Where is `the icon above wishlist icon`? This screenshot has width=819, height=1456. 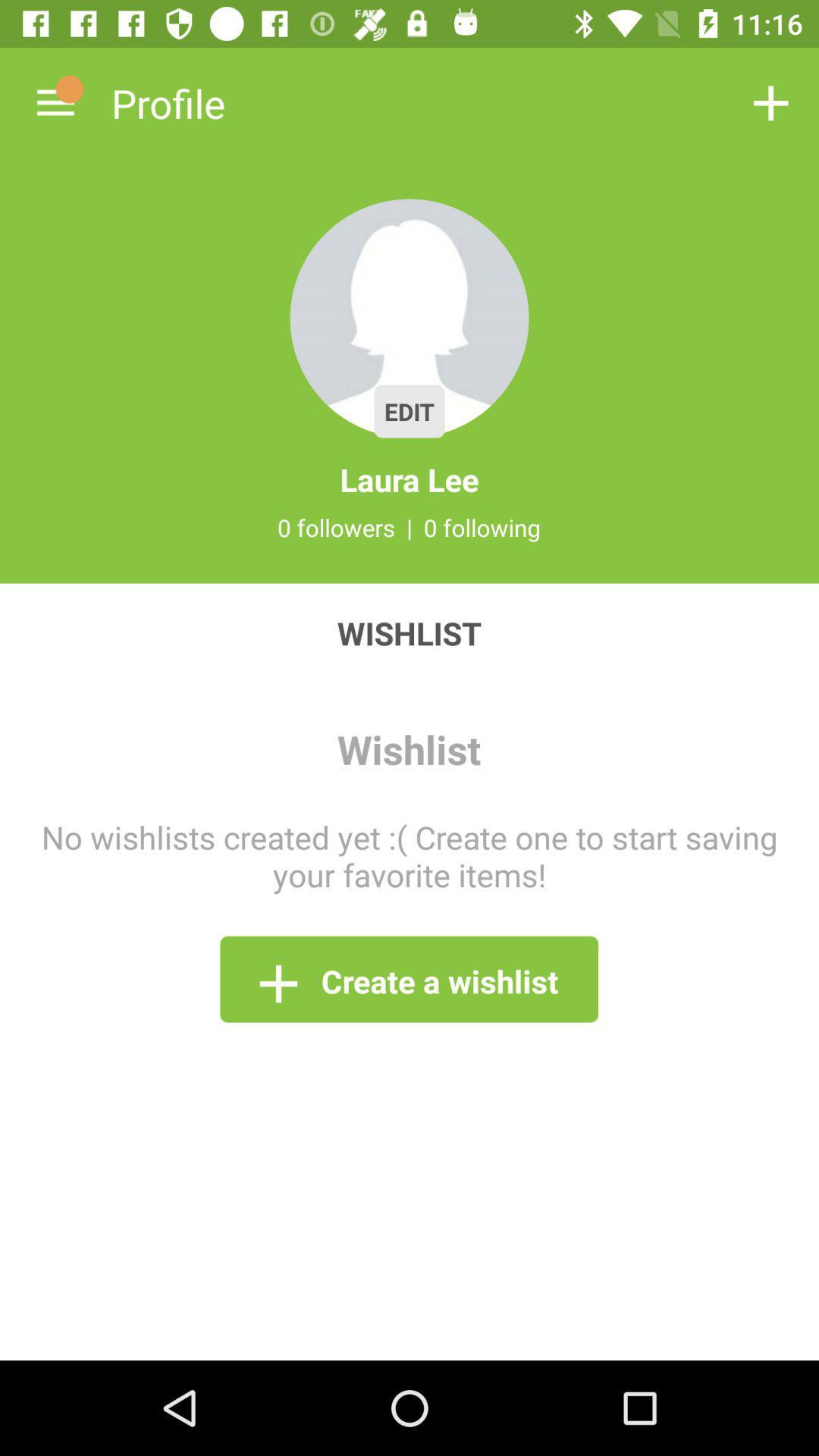 the icon above wishlist icon is located at coordinates (409, 527).